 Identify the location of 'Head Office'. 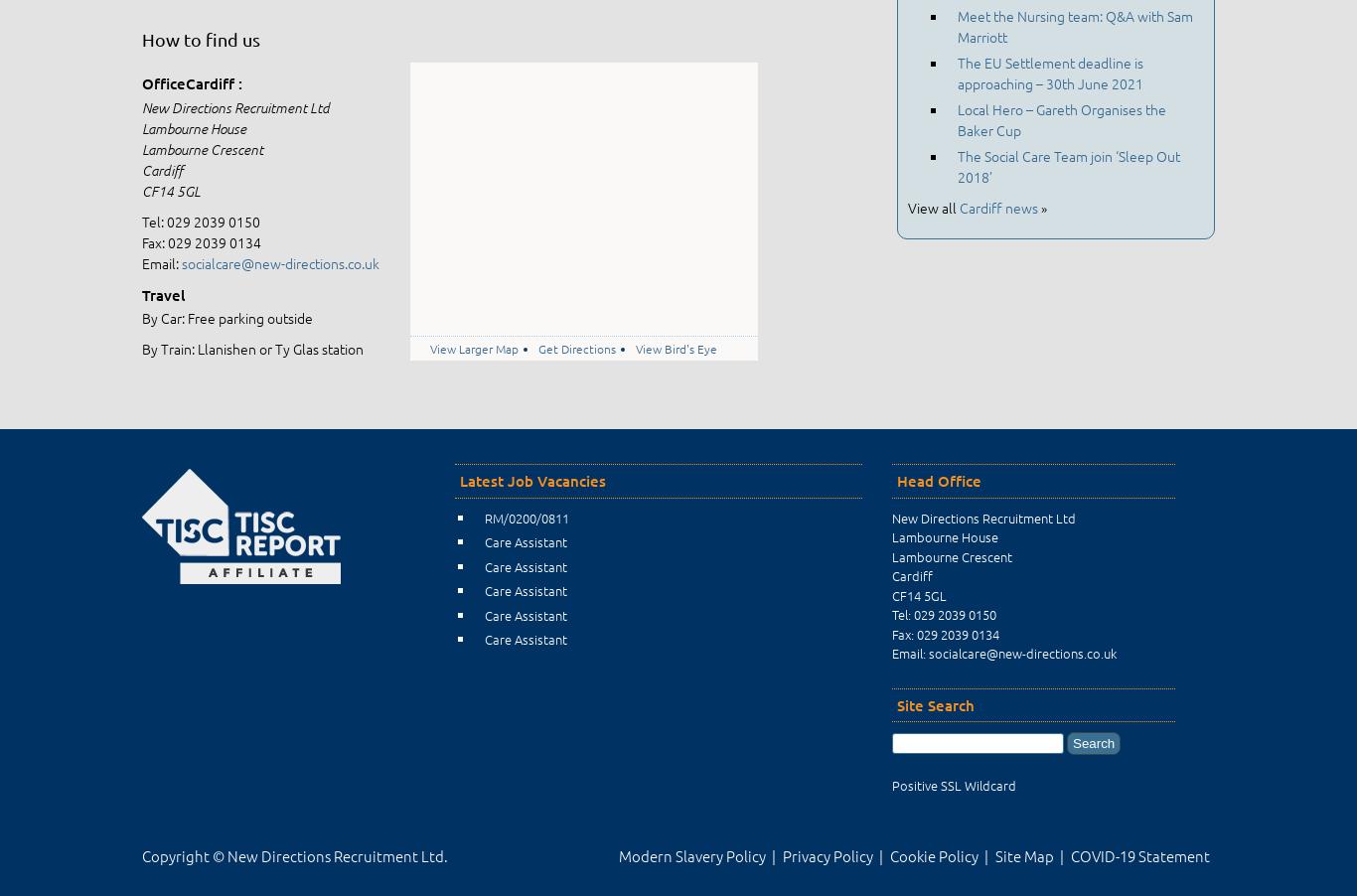
(939, 480).